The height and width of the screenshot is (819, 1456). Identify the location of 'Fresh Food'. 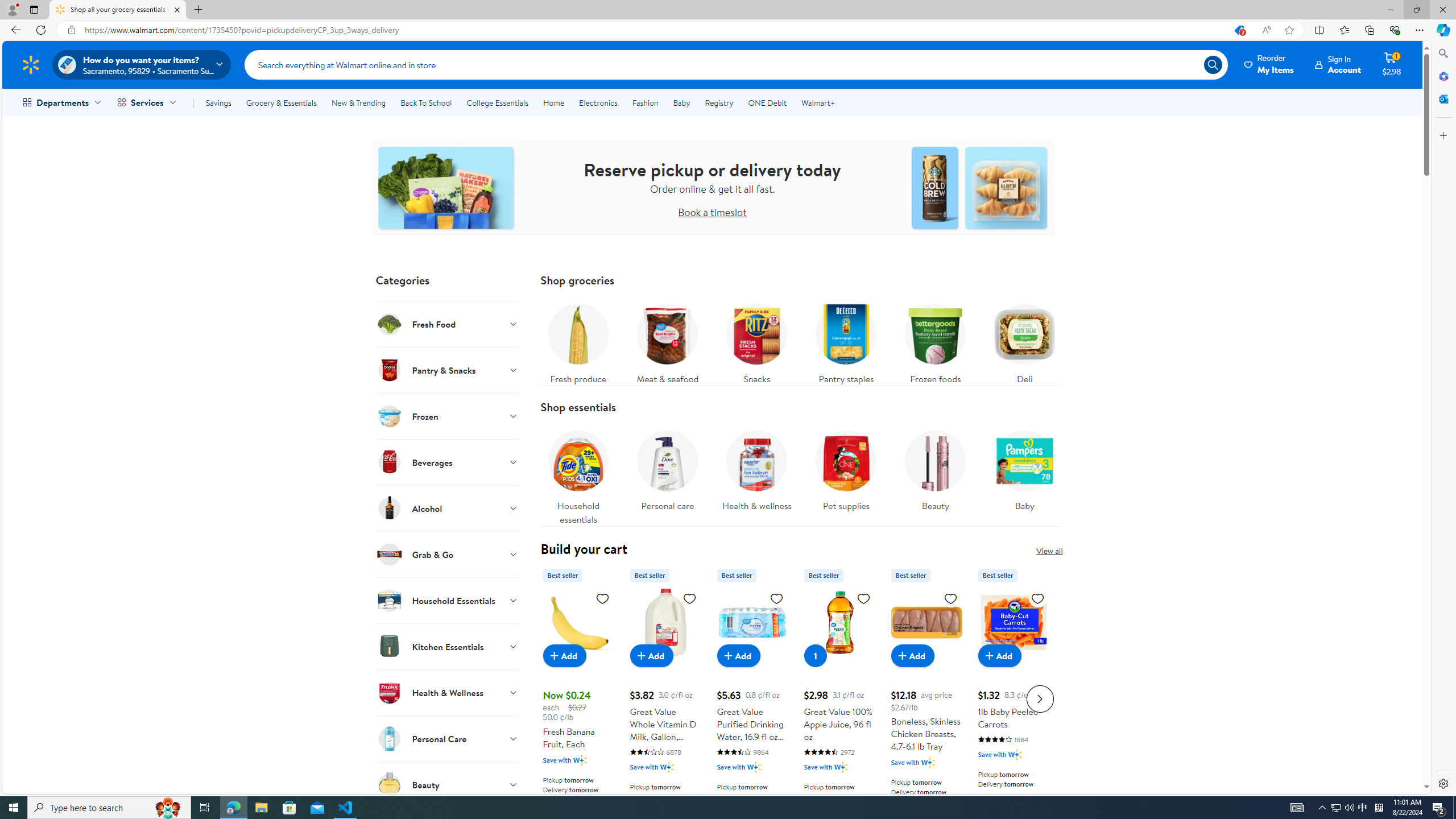
(446, 323).